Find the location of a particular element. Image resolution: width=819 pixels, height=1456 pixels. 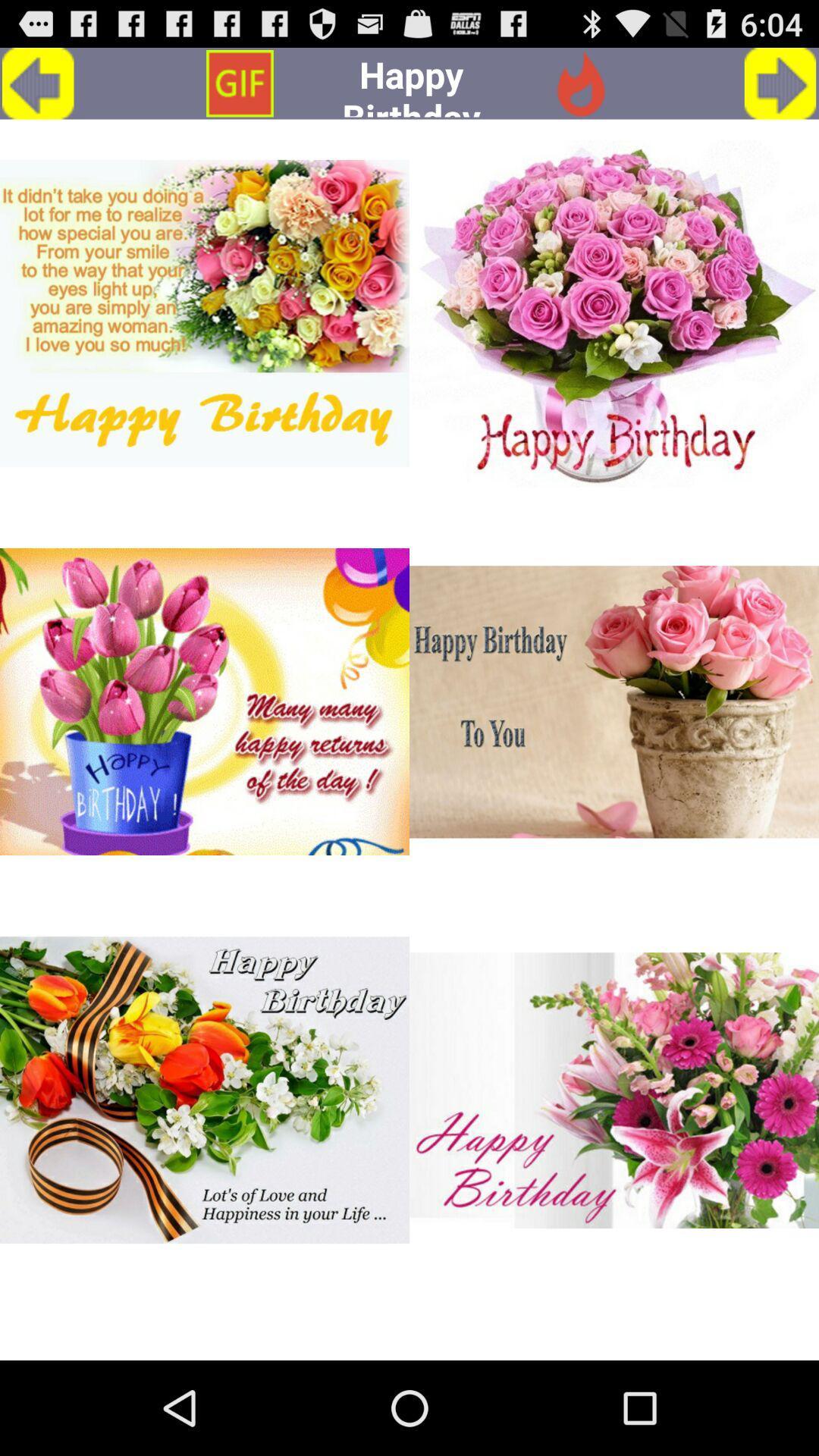

gif is located at coordinates (205, 312).